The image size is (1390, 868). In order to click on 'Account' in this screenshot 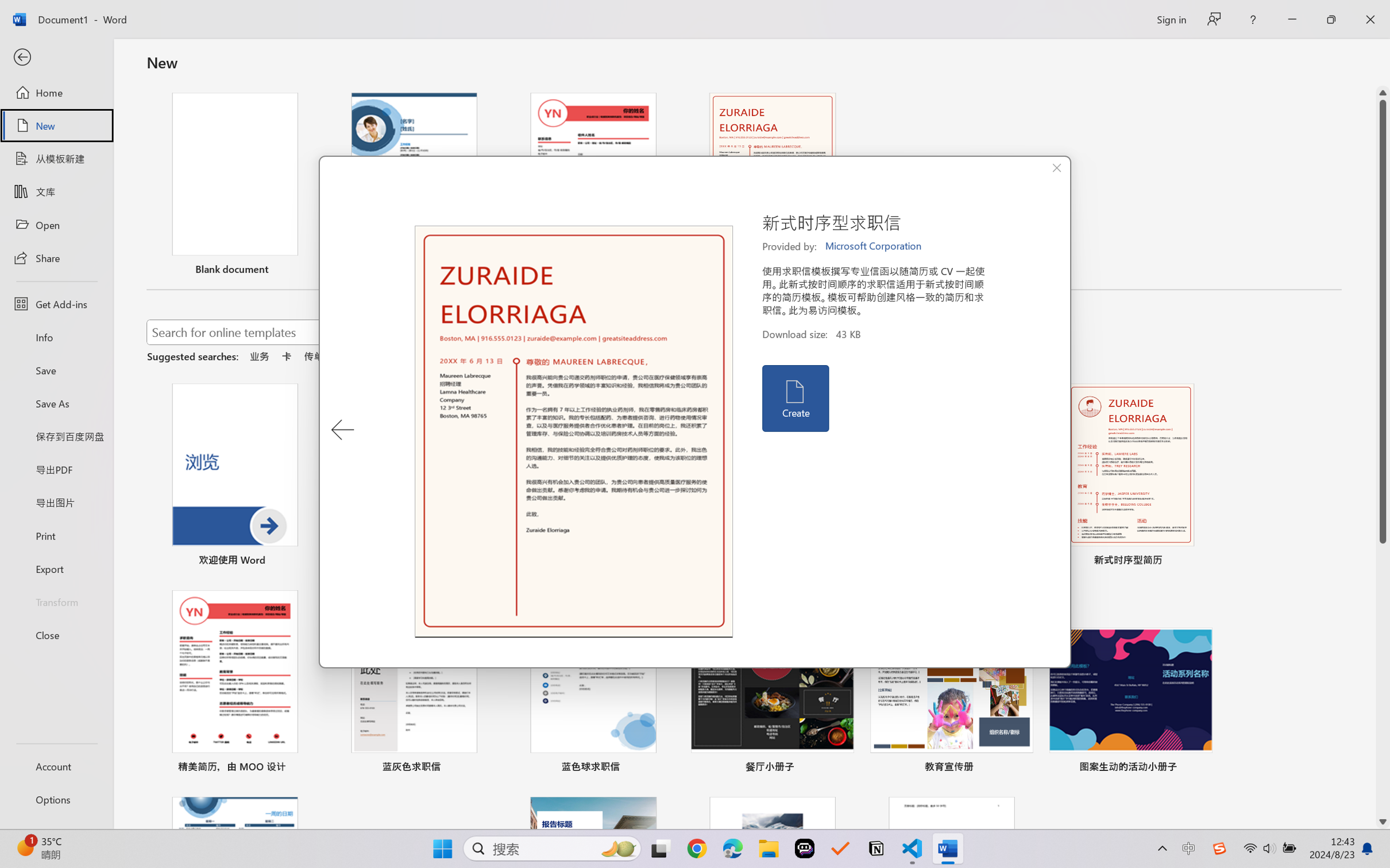, I will do `click(56, 766)`.